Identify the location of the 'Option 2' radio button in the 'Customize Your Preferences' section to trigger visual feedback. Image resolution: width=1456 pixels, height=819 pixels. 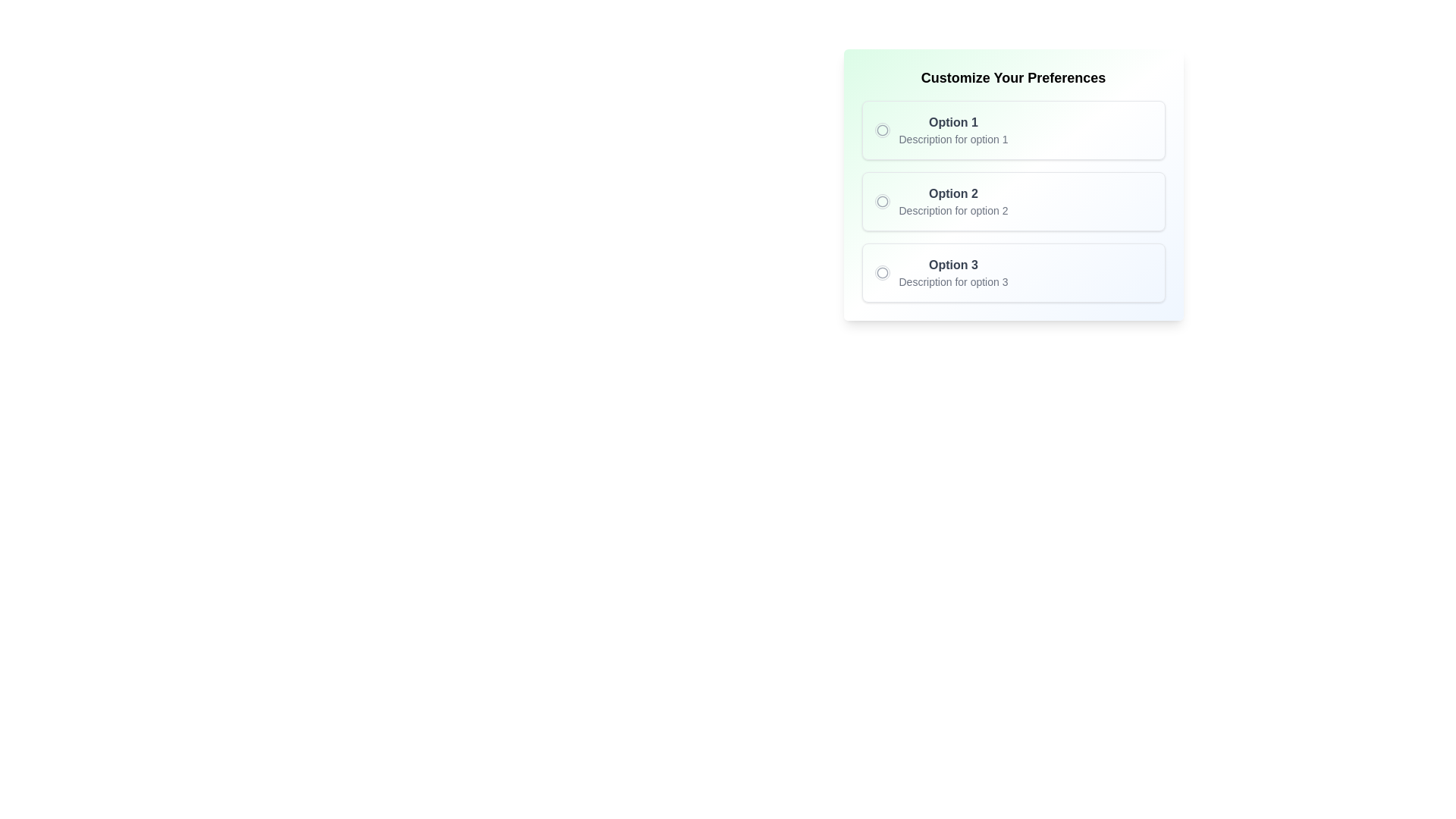
(1013, 201).